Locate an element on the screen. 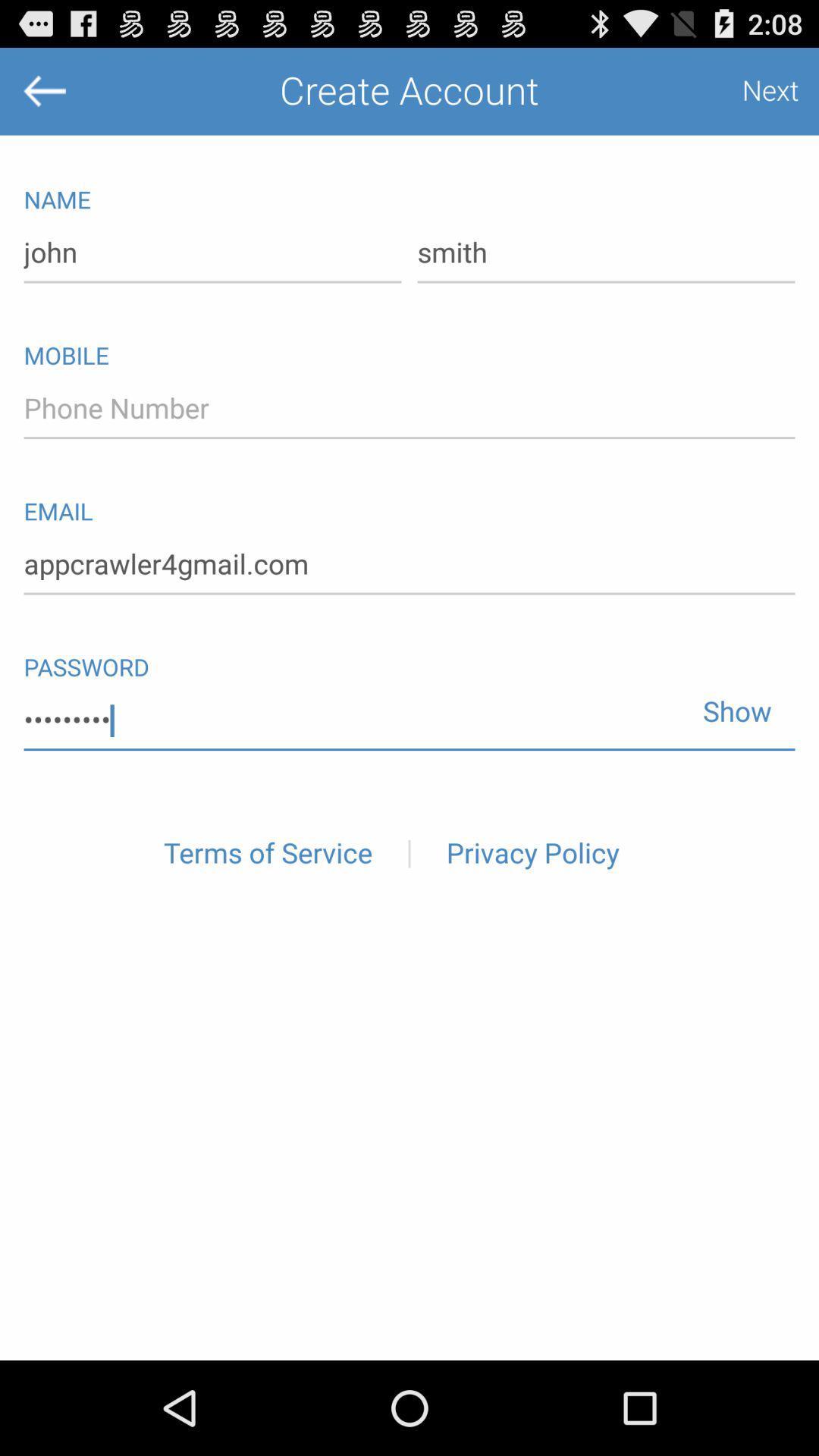  the icon below name item is located at coordinates (605, 253).